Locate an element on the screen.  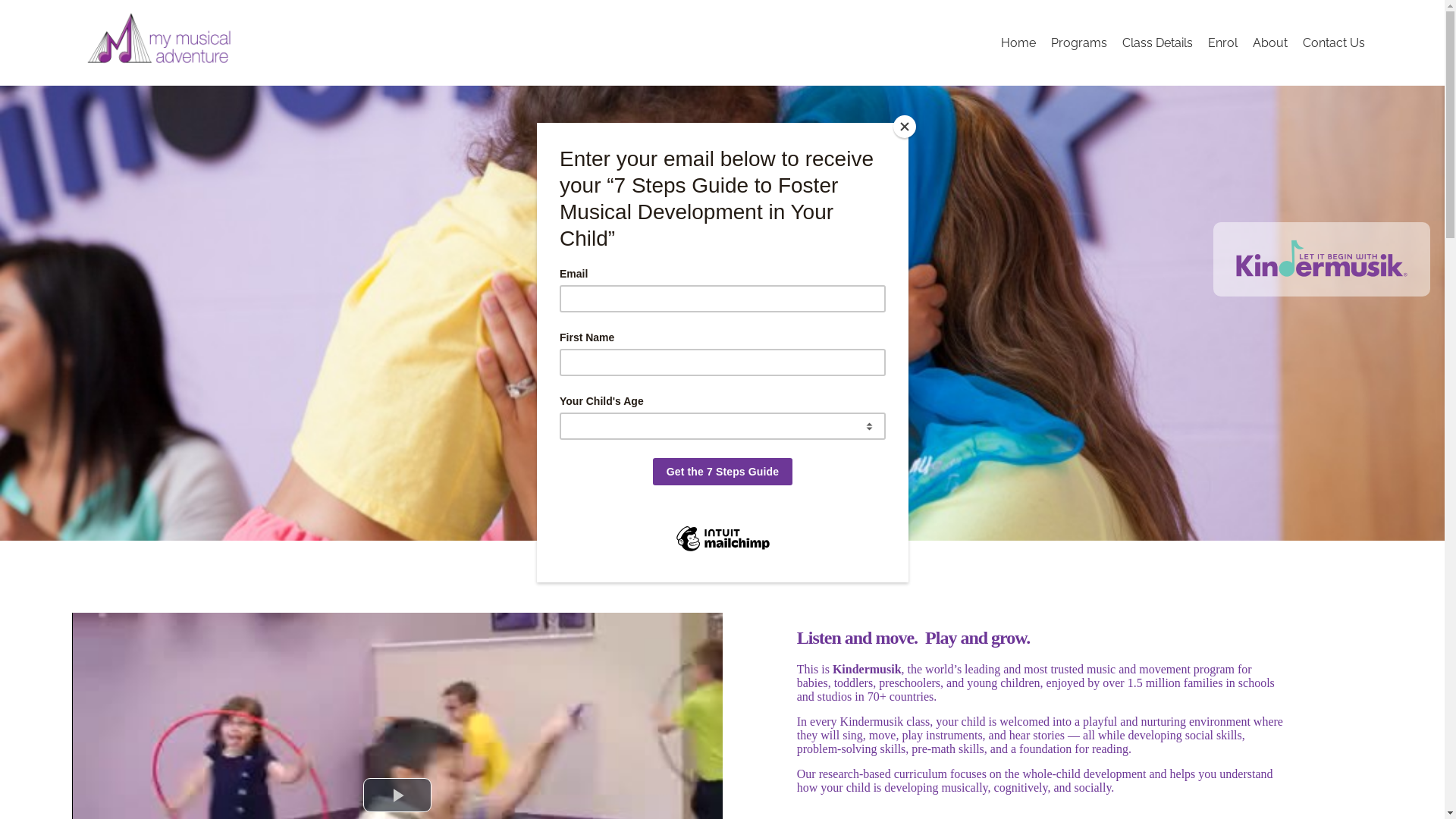
'Programs' is located at coordinates (1078, 42).